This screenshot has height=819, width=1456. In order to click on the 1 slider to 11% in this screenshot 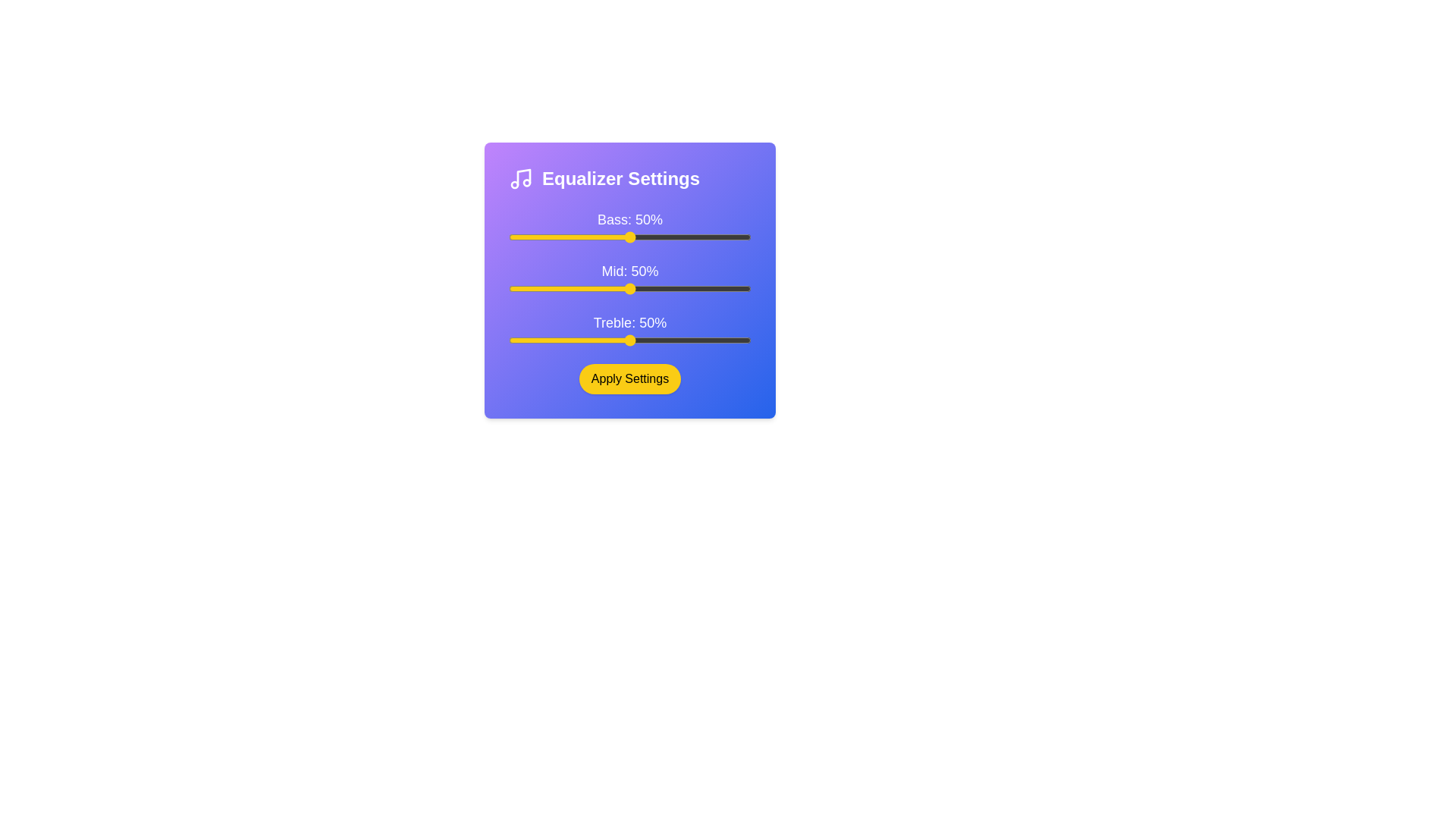, I will do `click(657, 289)`.